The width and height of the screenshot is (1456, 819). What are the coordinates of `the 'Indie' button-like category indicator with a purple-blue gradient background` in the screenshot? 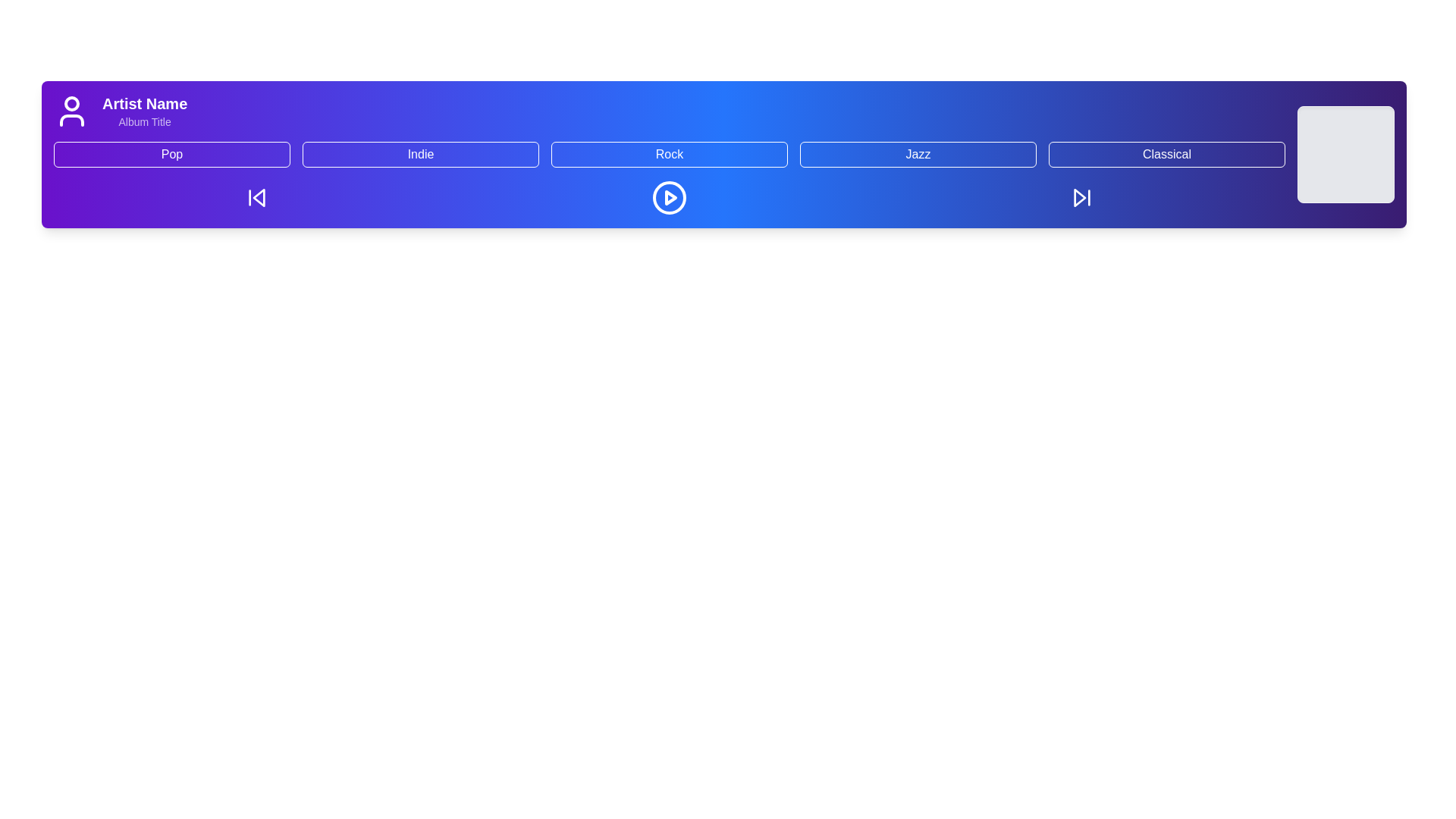 It's located at (421, 155).